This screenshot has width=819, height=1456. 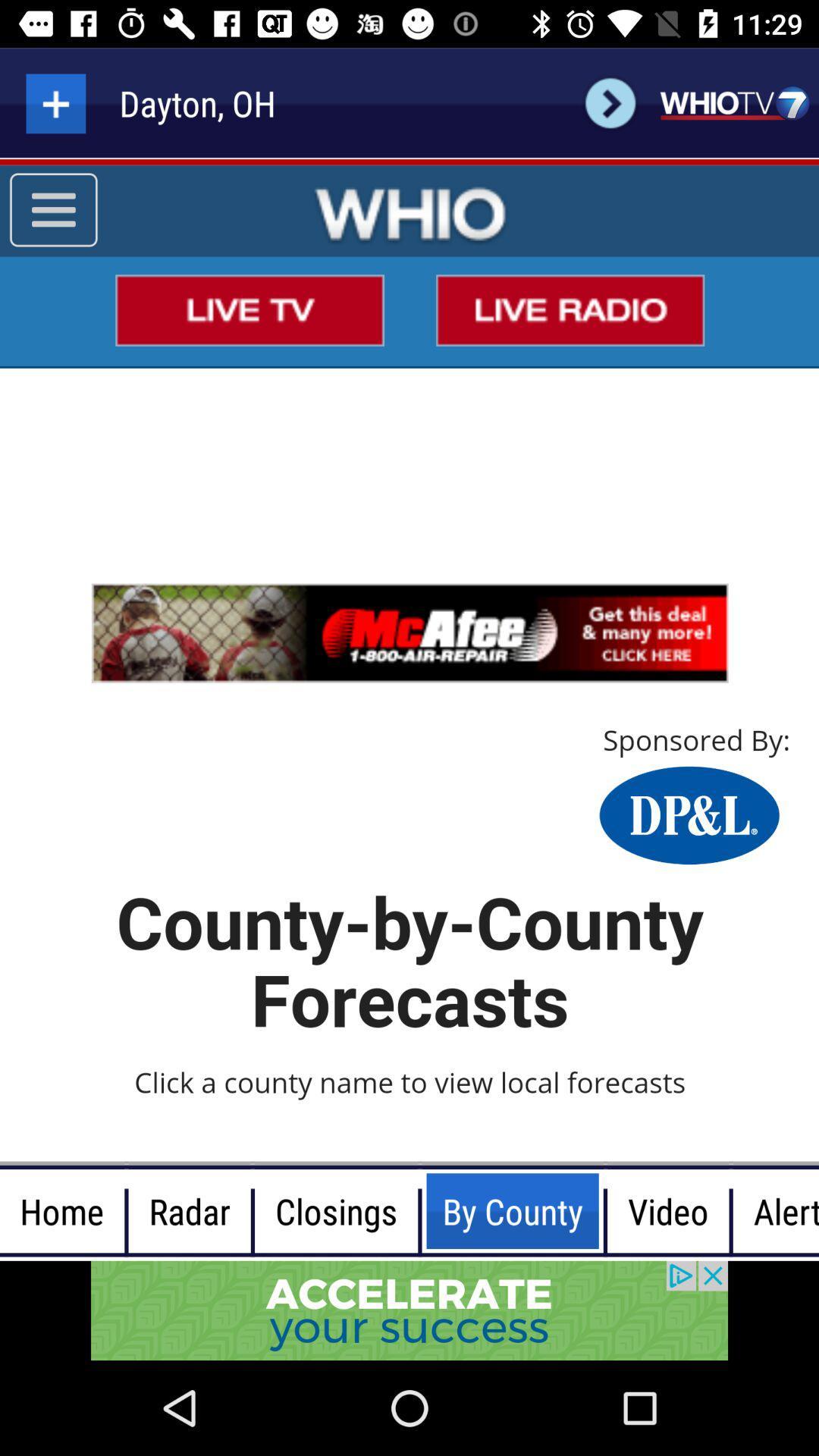 I want to click on radar at the bottom of the web page, so click(x=189, y=1210).